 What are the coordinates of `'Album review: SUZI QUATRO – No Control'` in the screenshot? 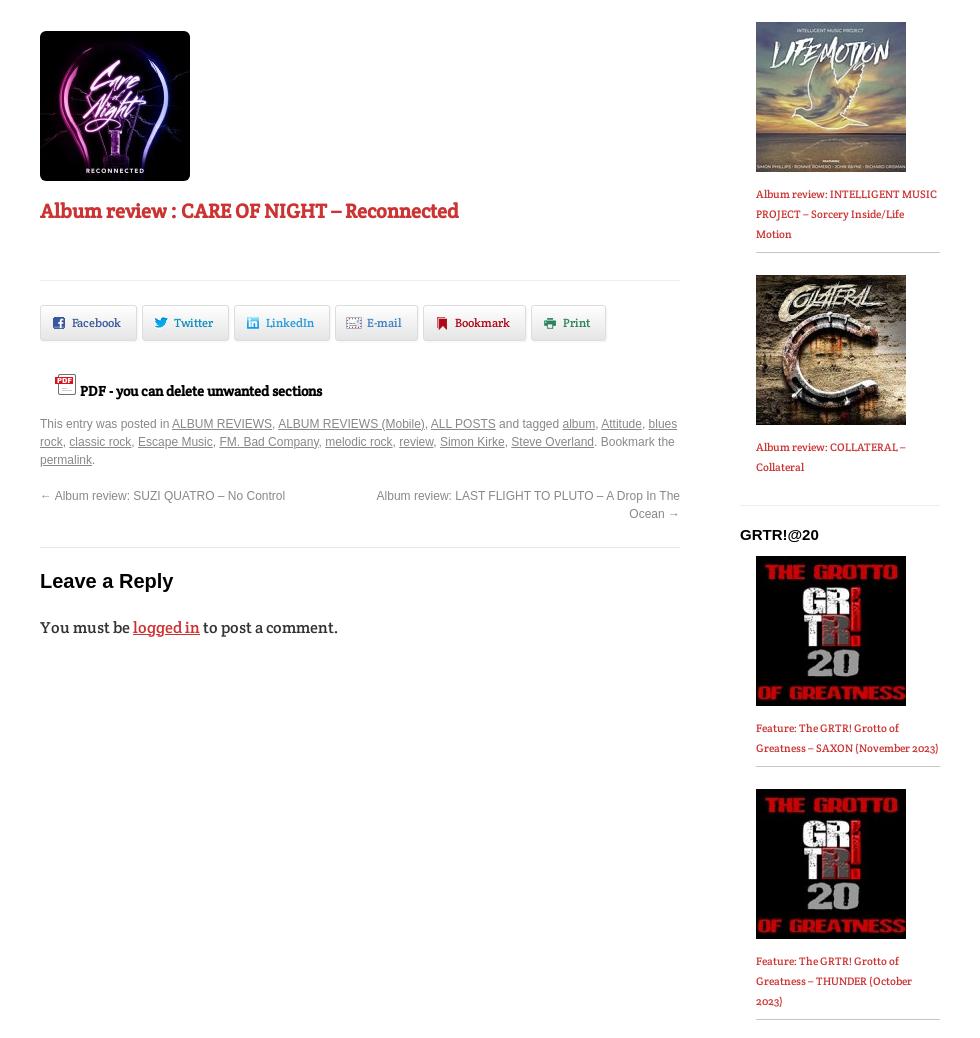 It's located at (168, 495).